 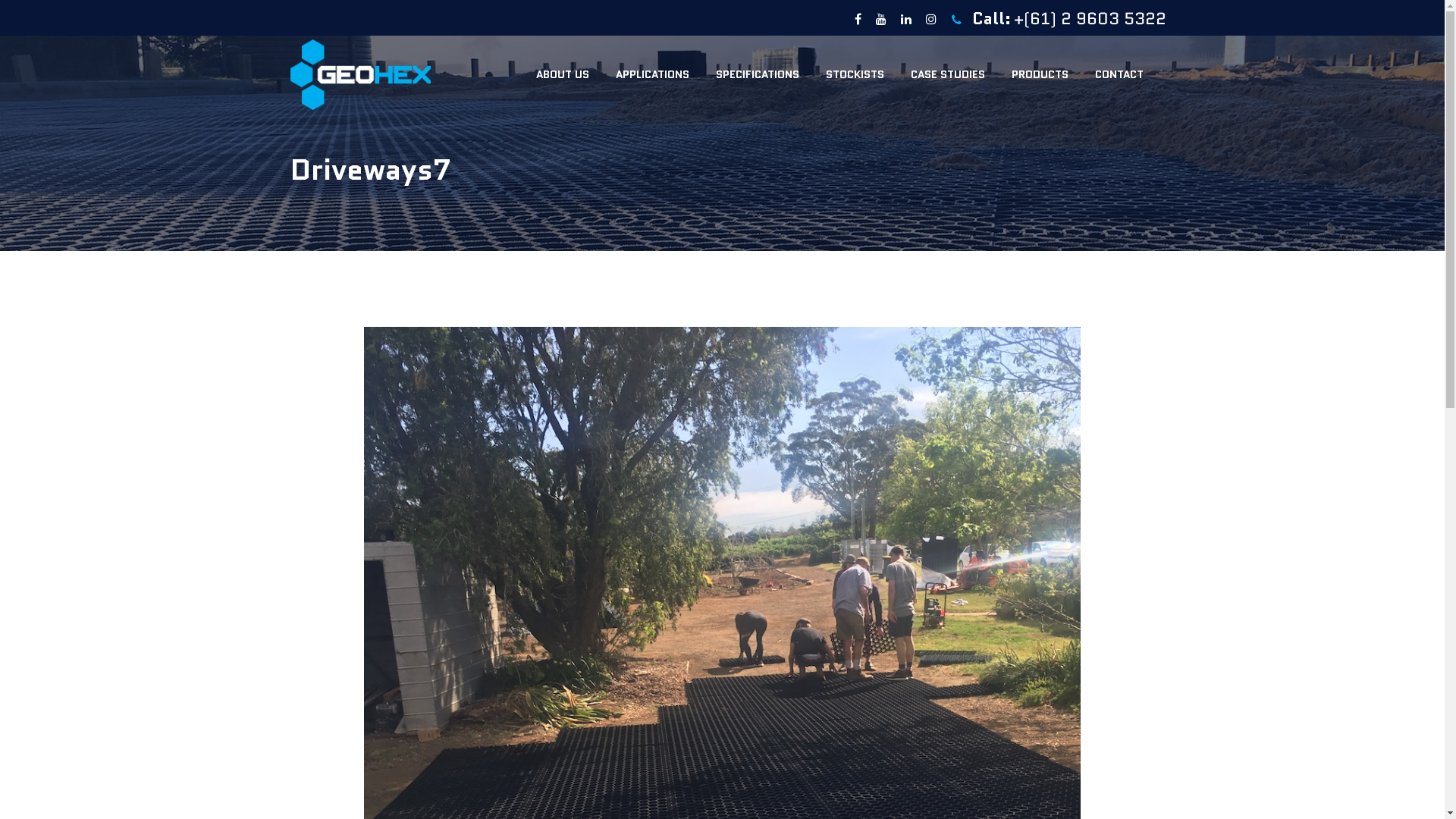 What do you see at coordinates (1118, 74) in the screenshot?
I see `'CONTACT'` at bounding box center [1118, 74].